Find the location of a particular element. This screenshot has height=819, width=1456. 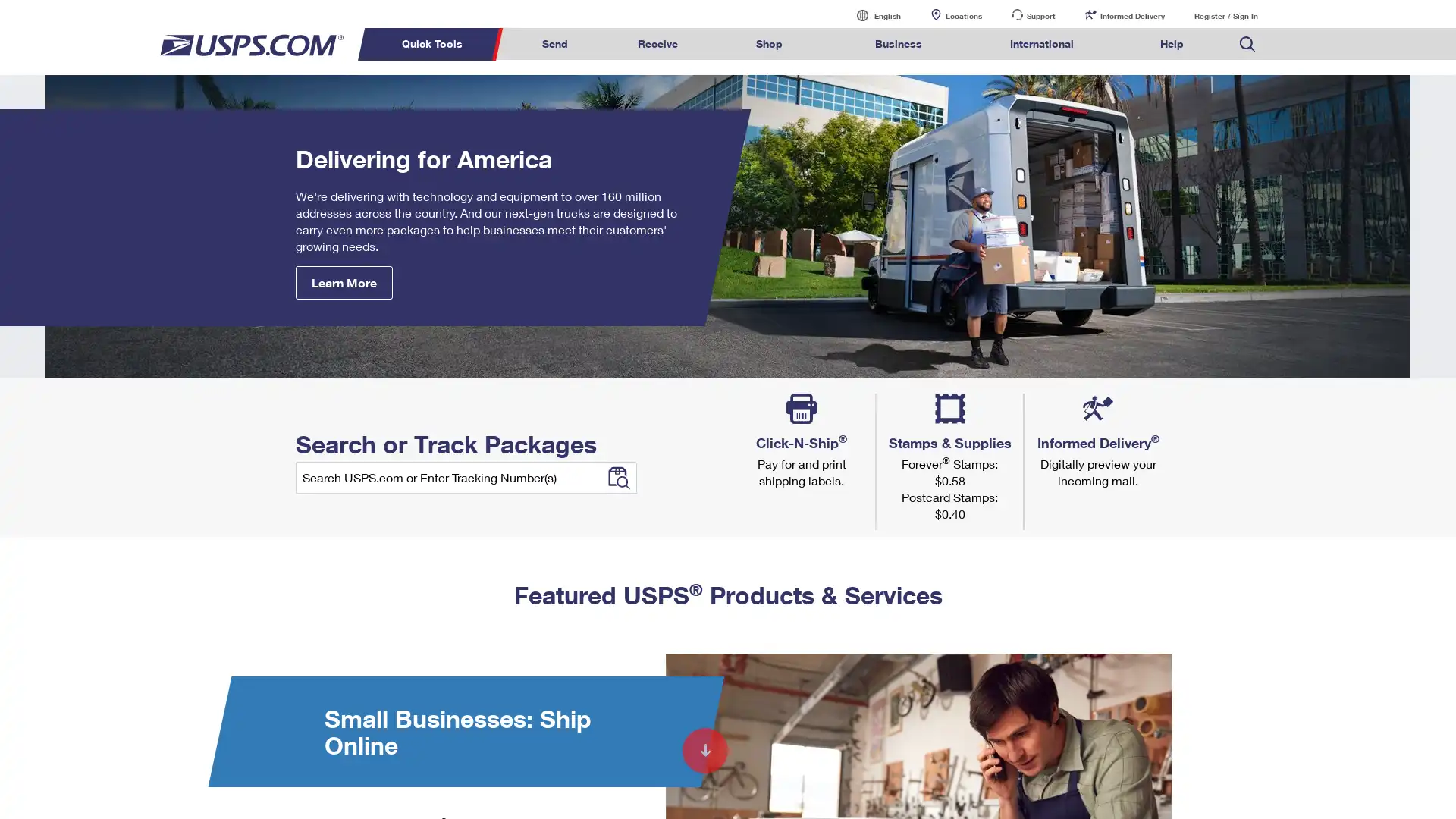

Search is located at coordinates (1253, 394).